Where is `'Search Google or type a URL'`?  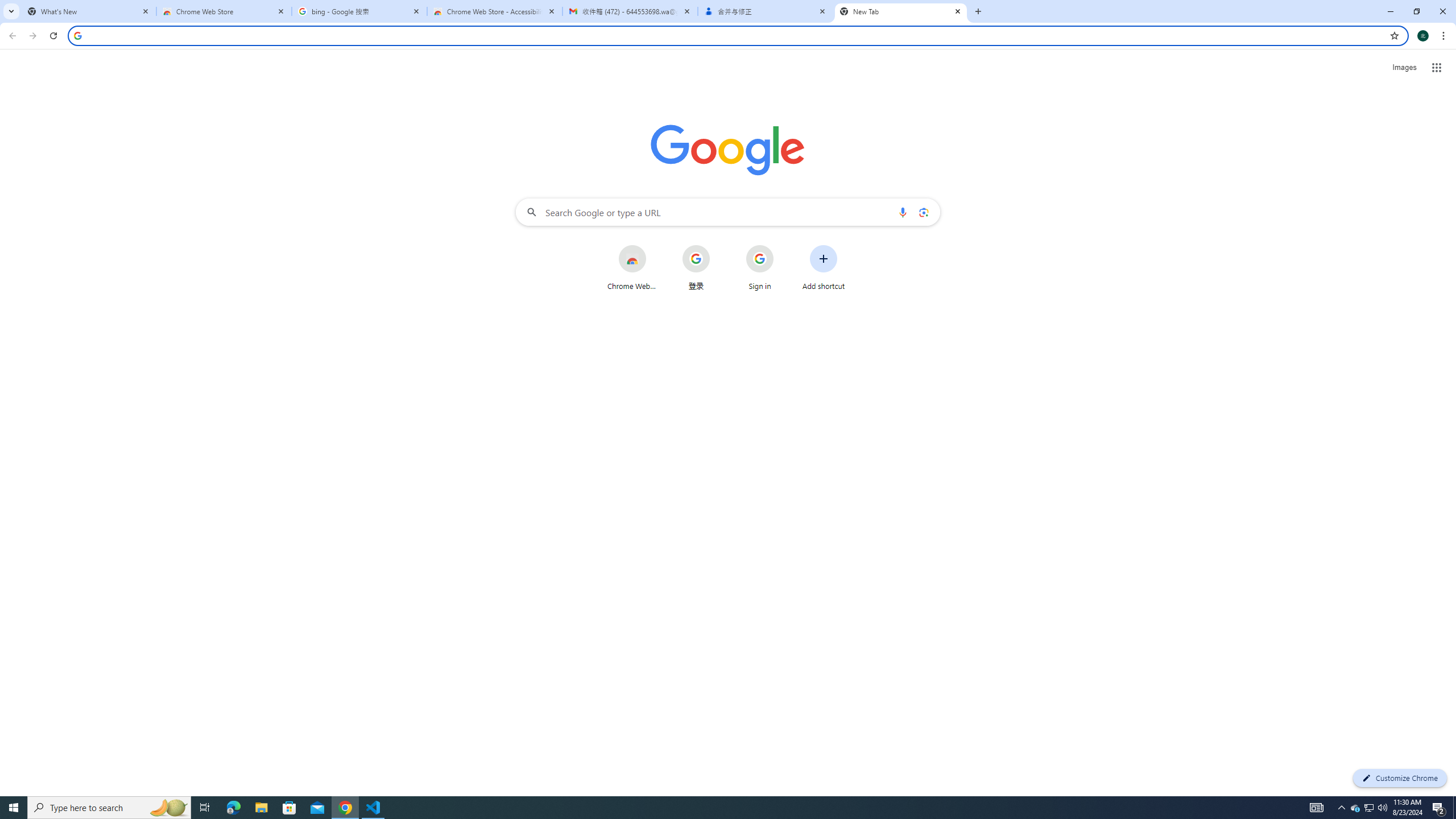 'Search Google or type a URL' is located at coordinates (728, 211).